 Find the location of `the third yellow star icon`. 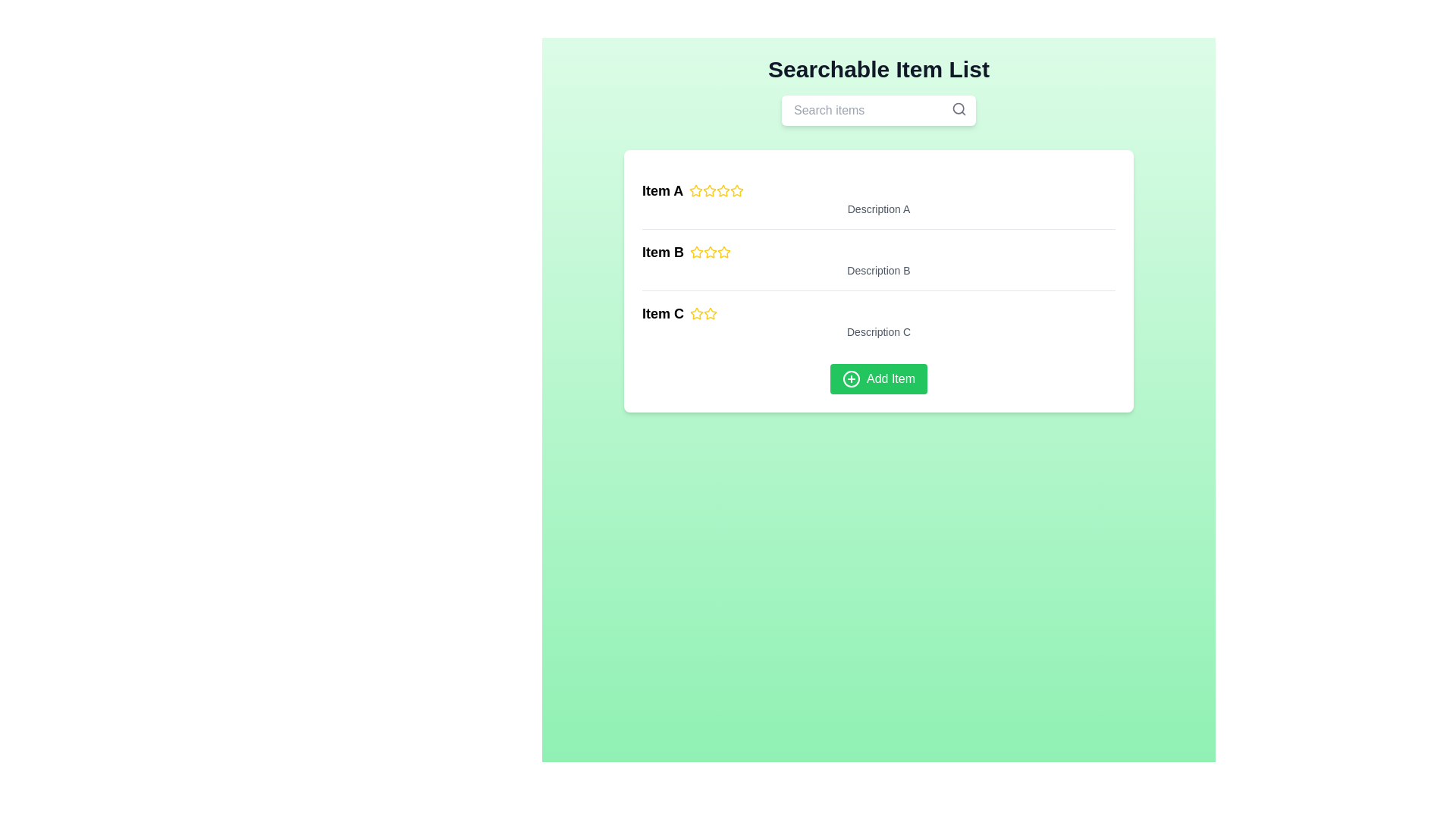

the third yellow star icon is located at coordinates (736, 189).